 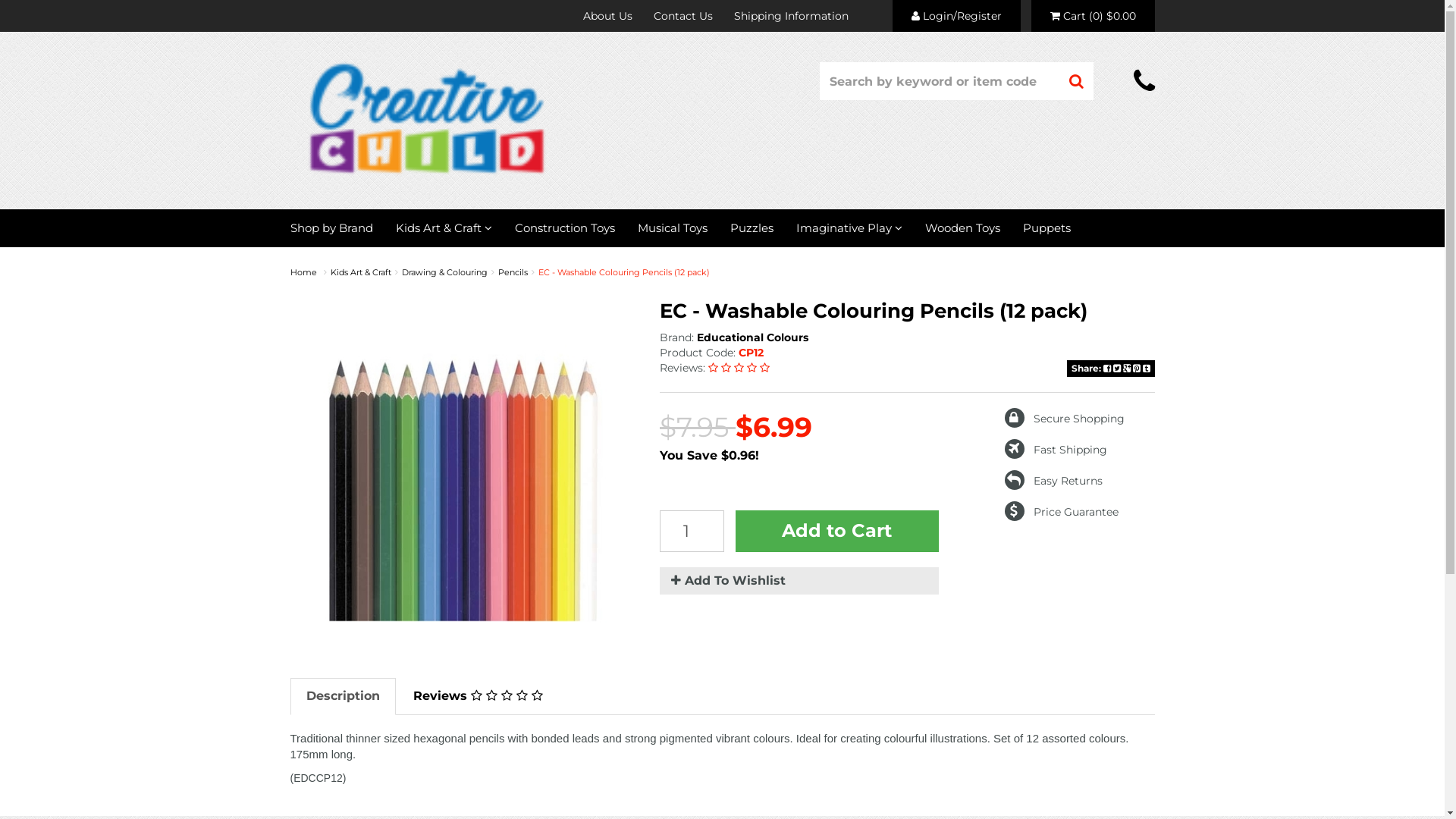 What do you see at coordinates (397, 696) in the screenshot?
I see `'Reviews'` at bounding box center [397, 696].